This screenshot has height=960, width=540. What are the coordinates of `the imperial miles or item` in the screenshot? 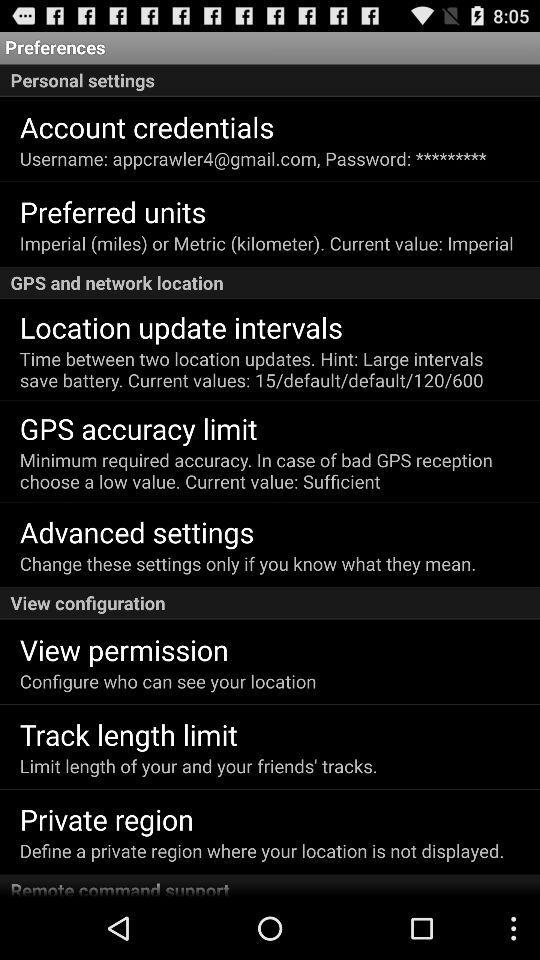 It's located at (266, 242).